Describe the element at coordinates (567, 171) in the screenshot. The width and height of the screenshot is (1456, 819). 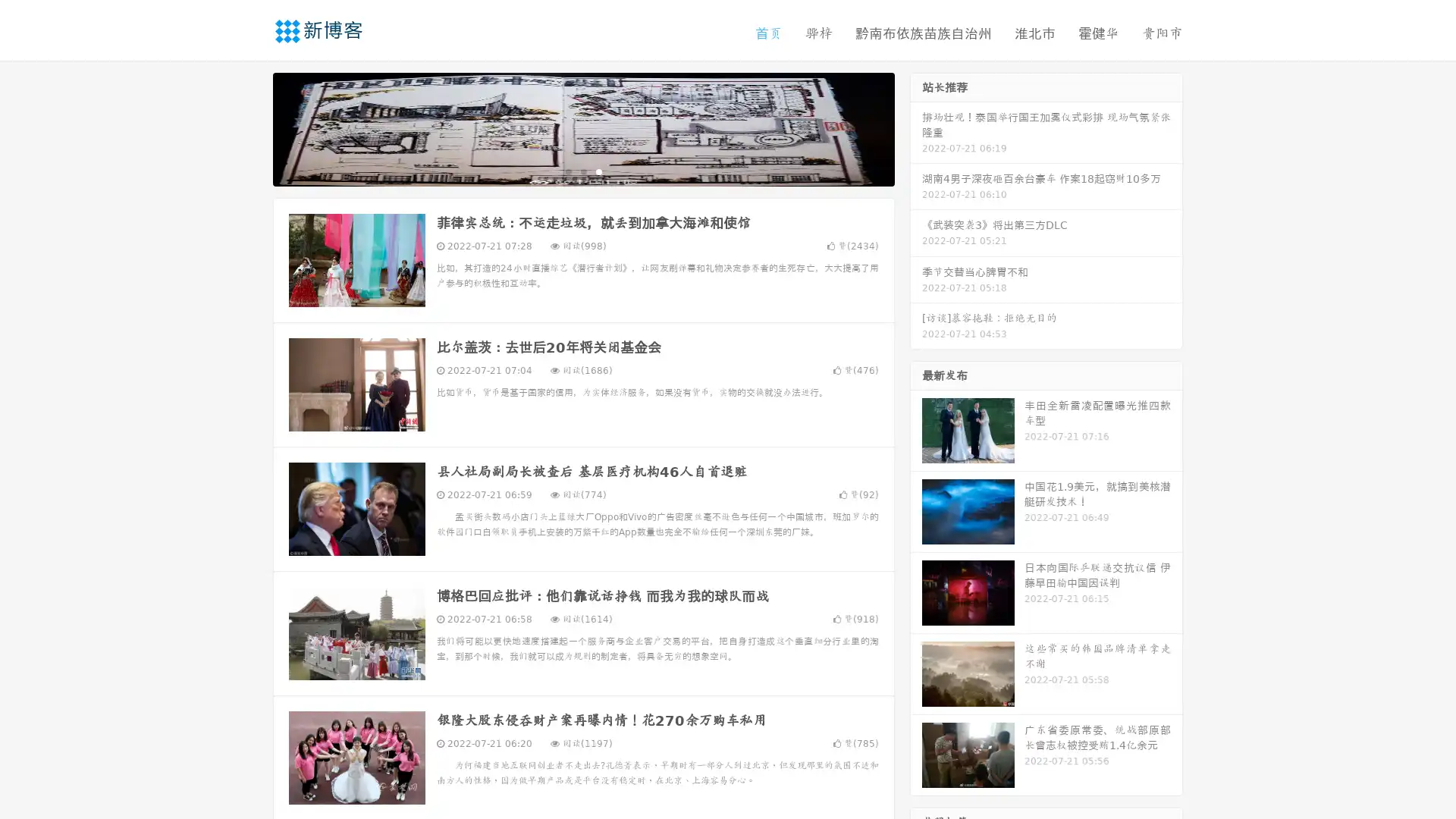
I see `Go to slide 1` at that location.